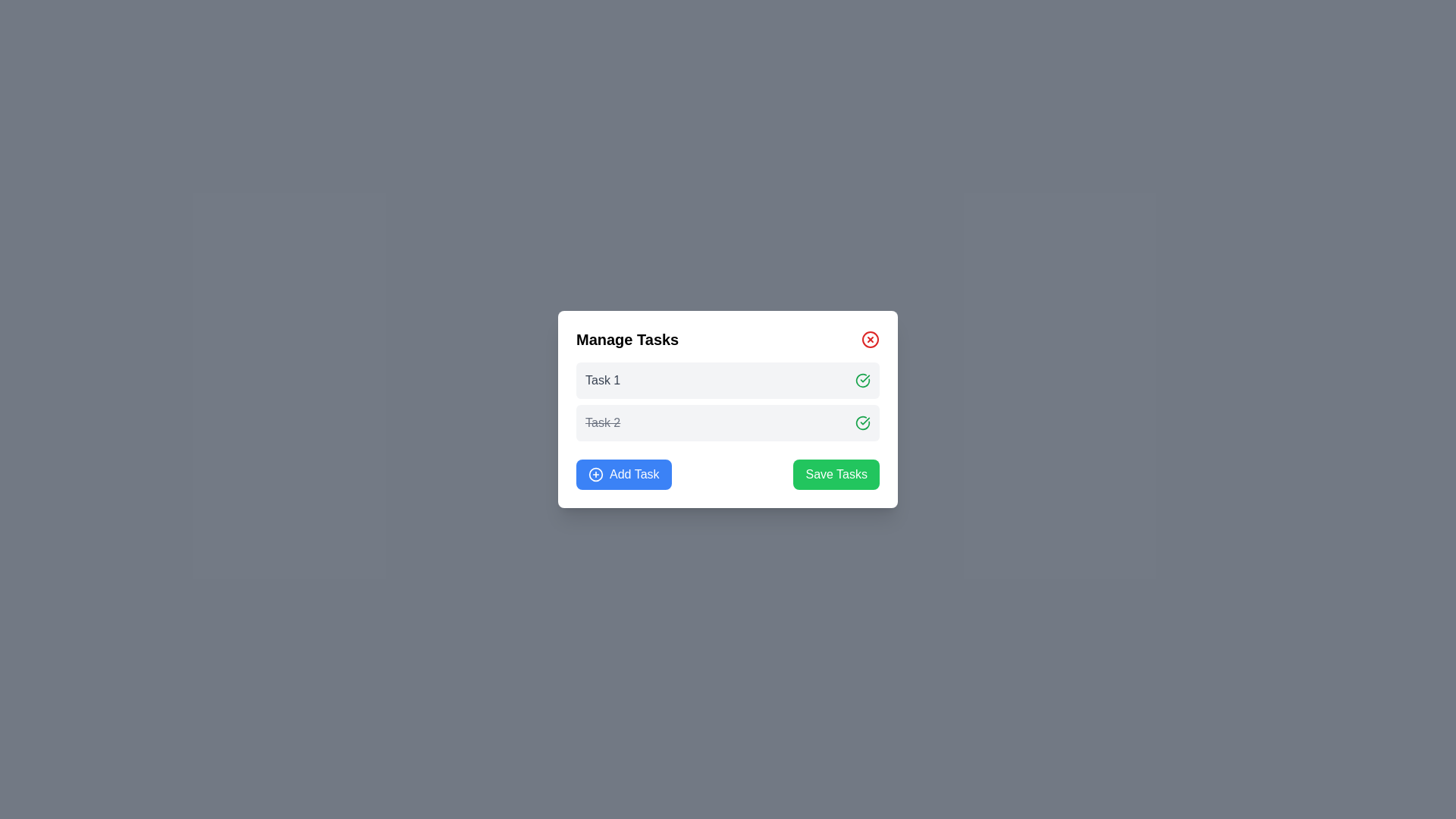 The image size is (1456, 819). What do you see at coordinates (595, 473) in the screenshot?
I see `the circular icon with a plus sign in the middle, located to the left of the text 'Add Task' in the bottom left corner of the task management dialog box` at bounding box center [595, 473].